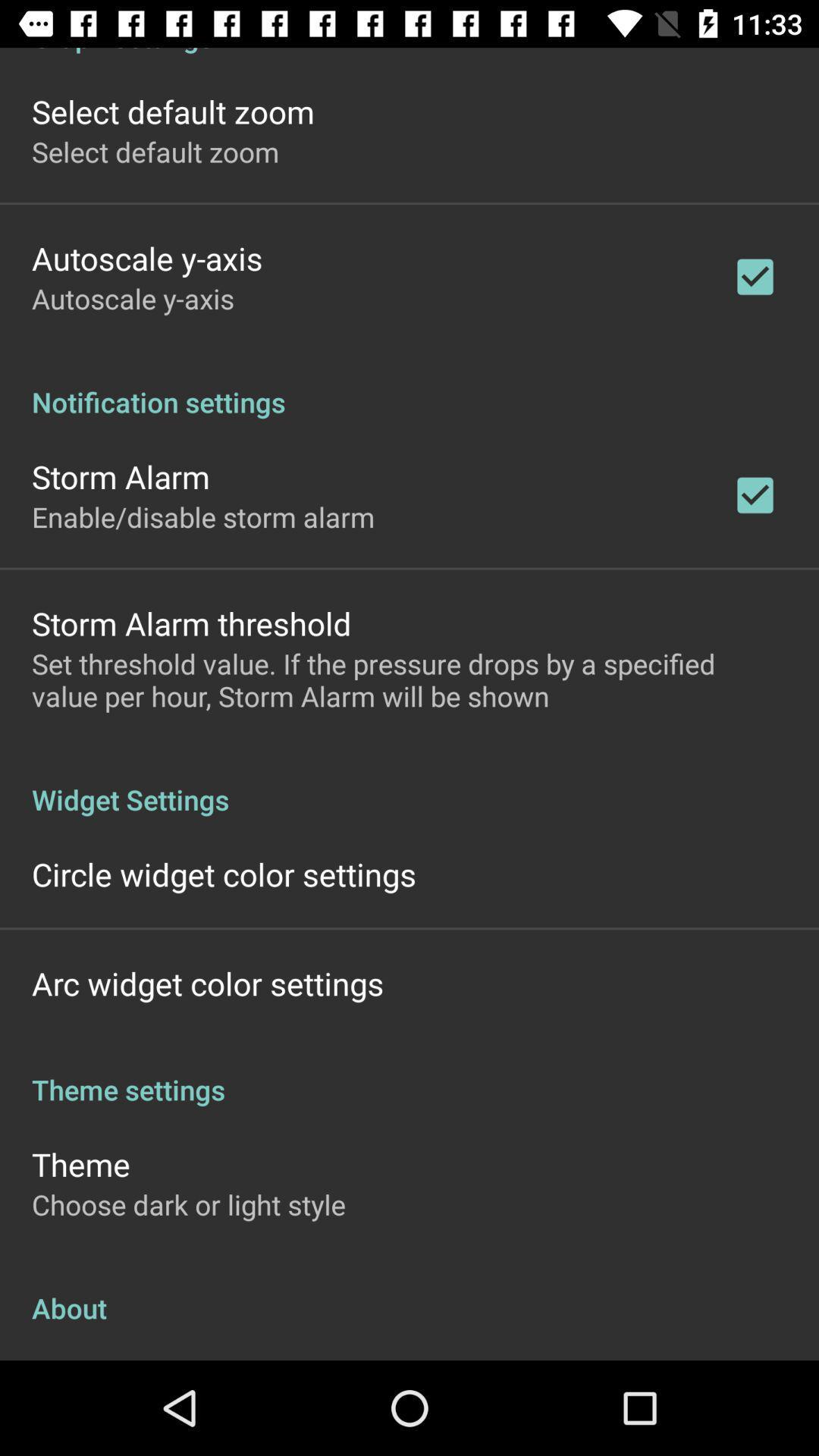 Image resolution: width=819 pixels, height=1456 pixels. Describe the element at coordinates (409, 386) in the screenshot. I see `notification settings` at that location.